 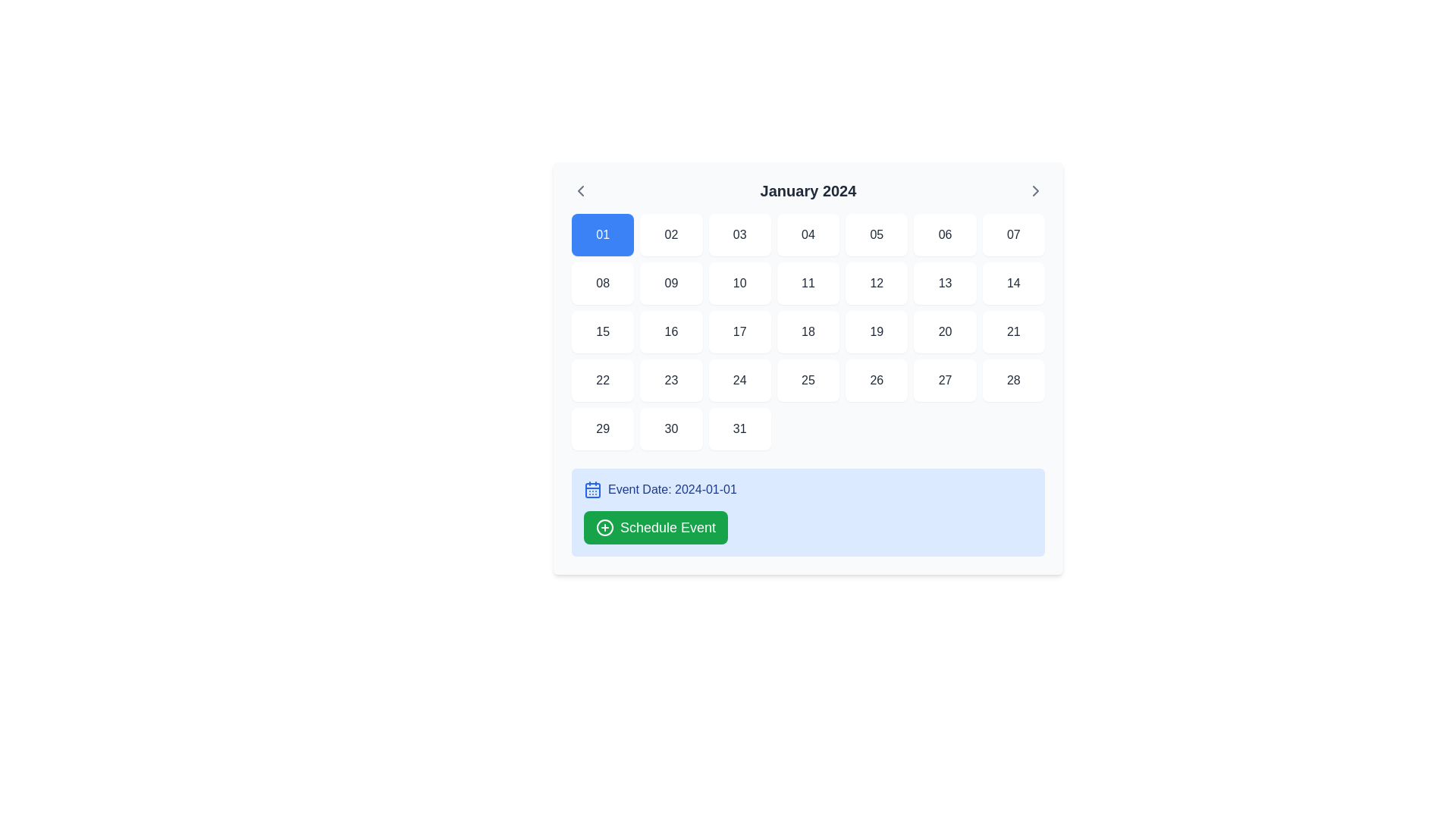 What do you see at coordinates (739, 284) in the screenshot?
I see `the calendar button representing the day '10' in the January 2024 calendar` at bounding box center [739, 284].